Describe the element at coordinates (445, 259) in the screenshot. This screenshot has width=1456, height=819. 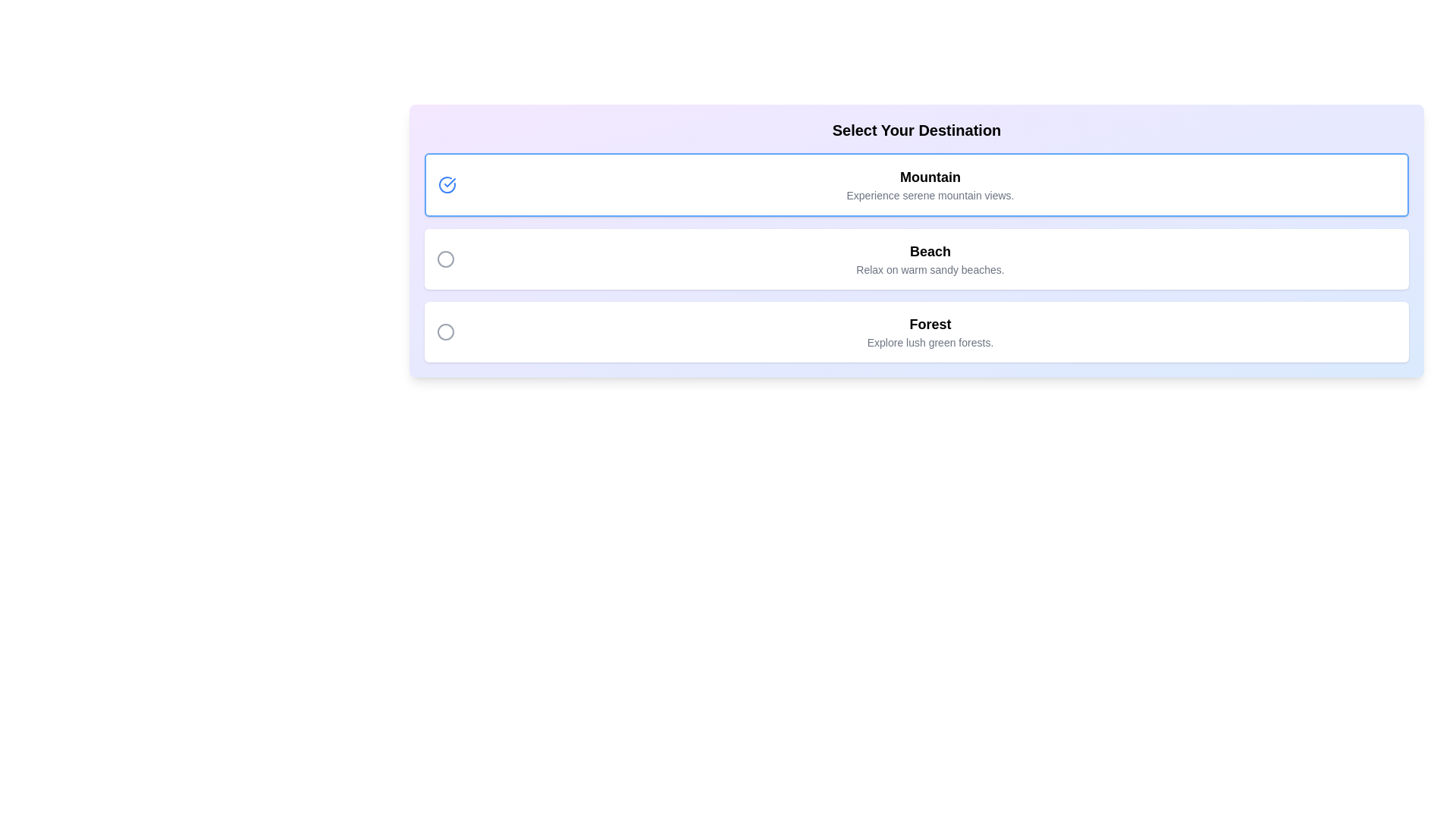
I see `the circular radio button indicator with a gray fill, which is part of the second list item in the selection menu preceding the 'Beach' label` at that location.